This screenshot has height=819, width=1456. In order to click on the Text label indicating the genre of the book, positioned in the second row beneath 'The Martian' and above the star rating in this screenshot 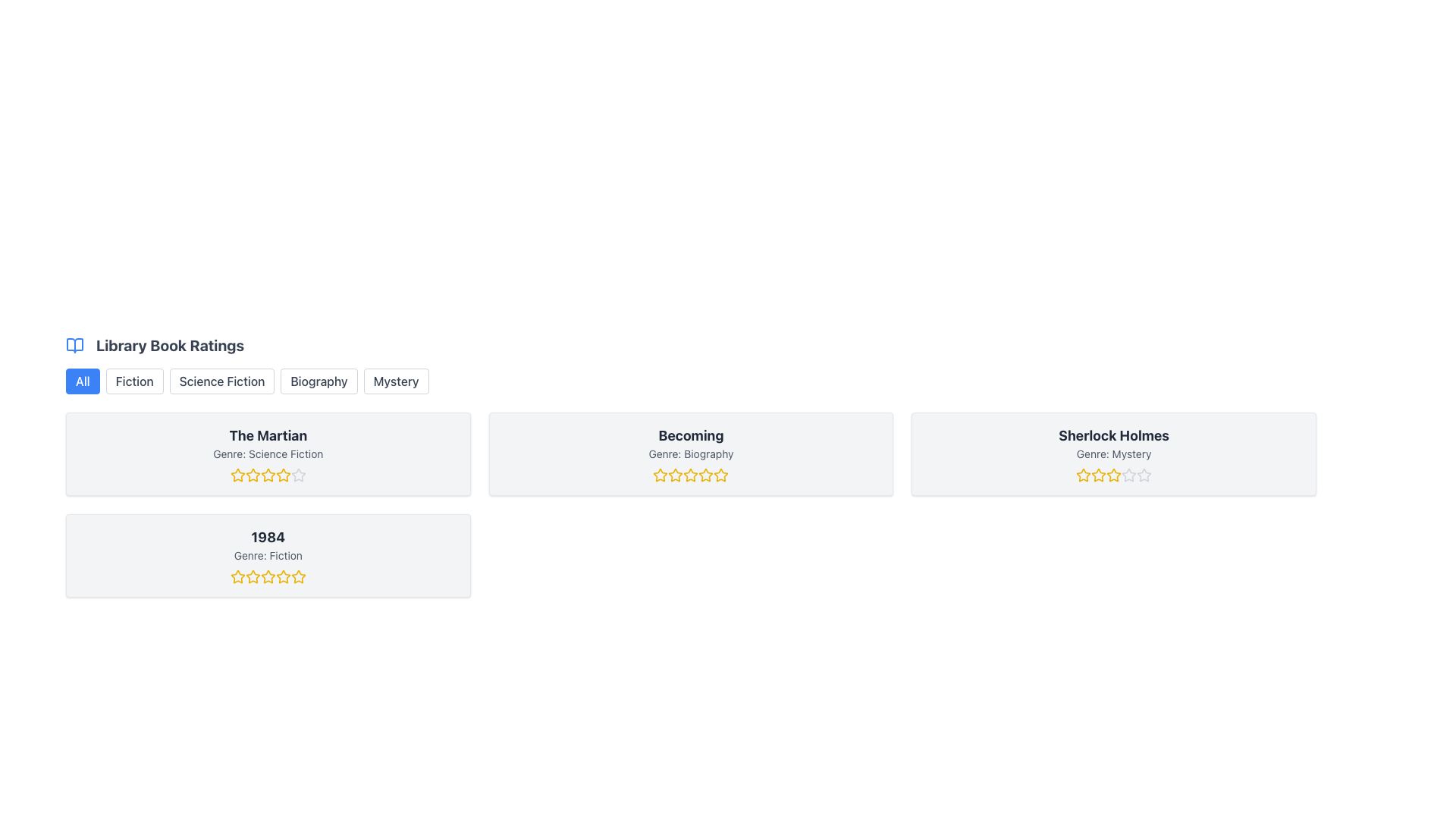, I will do `click(268, 453)`.